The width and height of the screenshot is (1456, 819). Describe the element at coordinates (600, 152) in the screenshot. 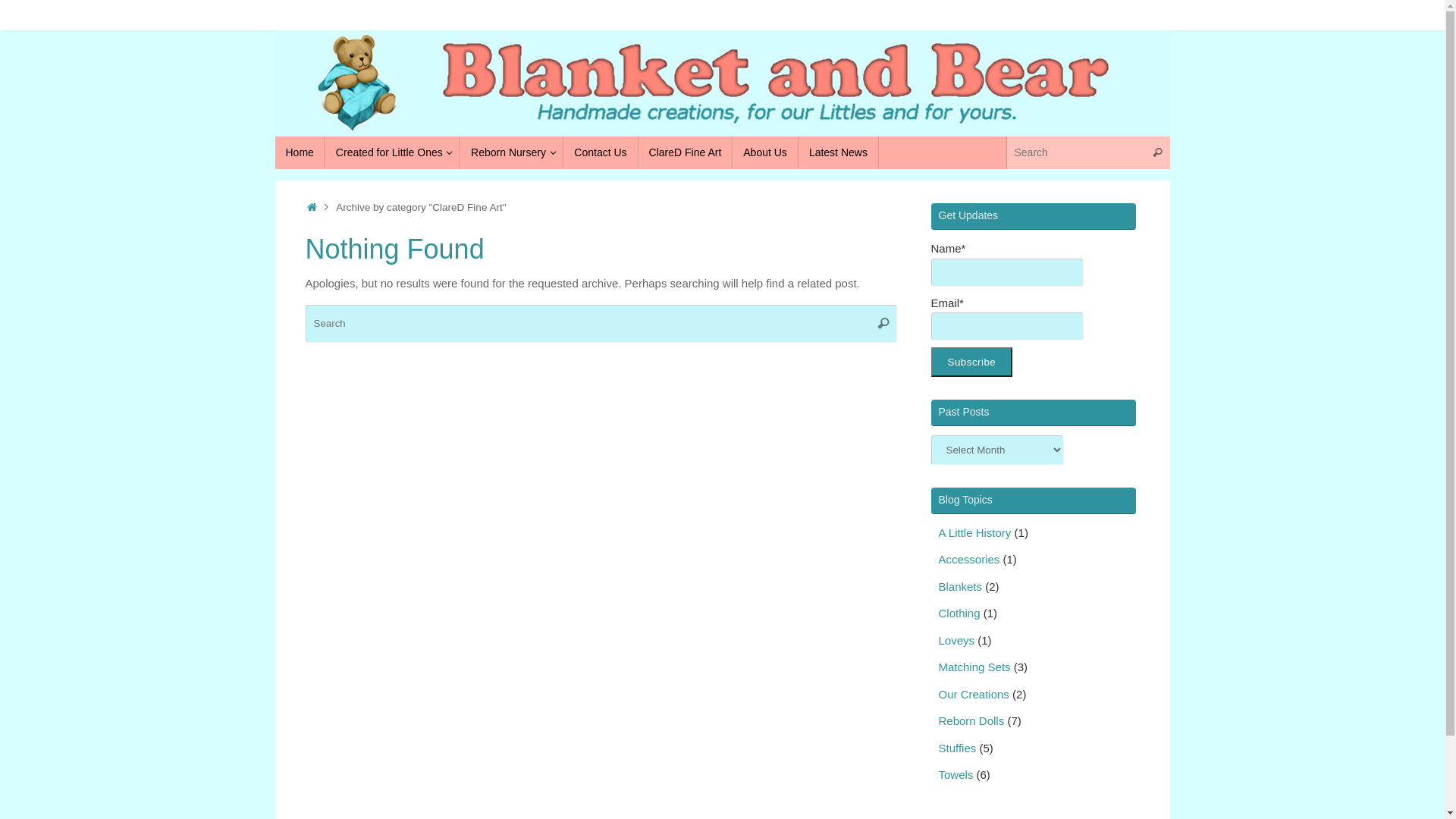

I see `'Contact Us'` at that location.